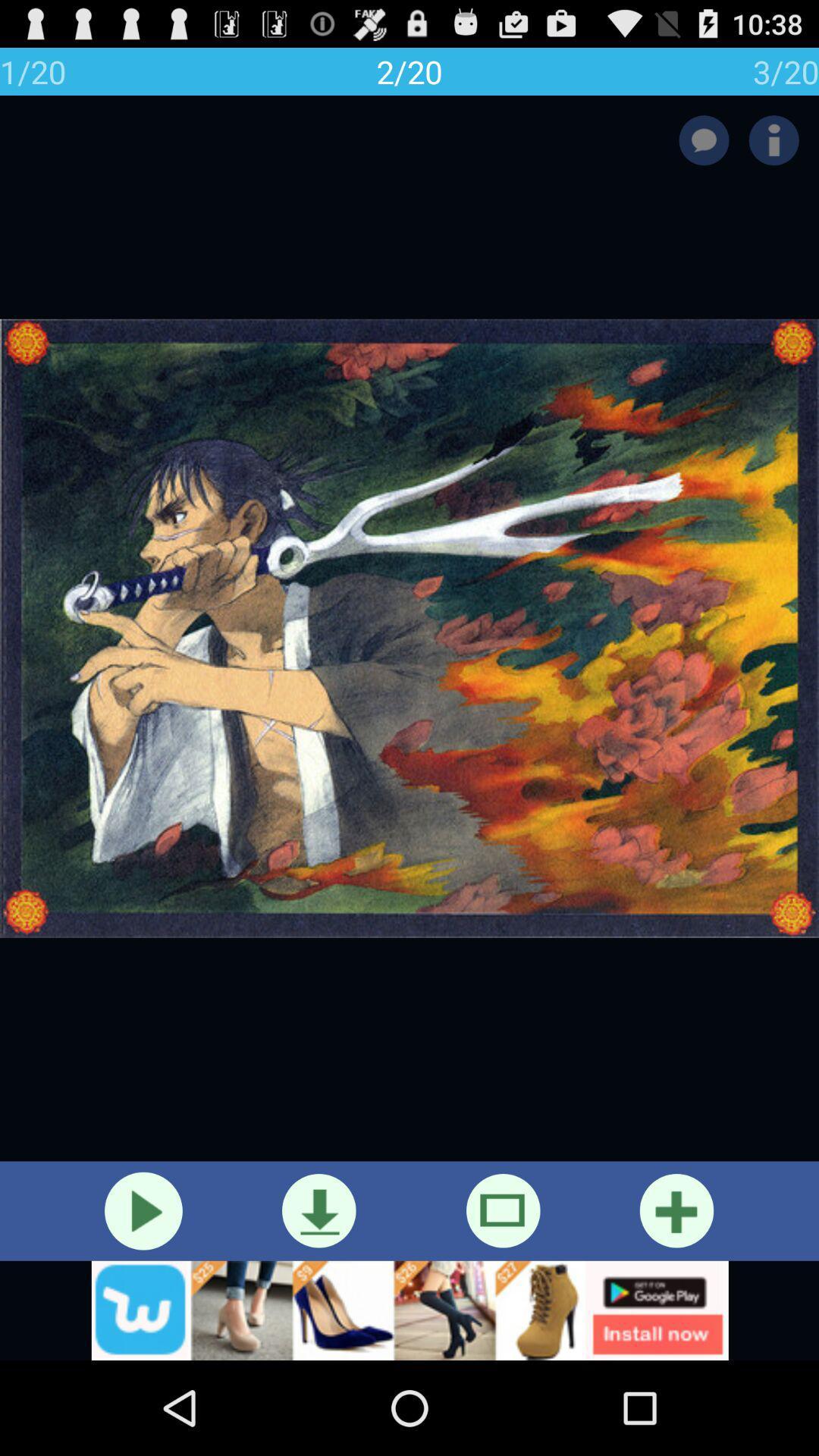  I want to click on download button, so click(318, 1210).